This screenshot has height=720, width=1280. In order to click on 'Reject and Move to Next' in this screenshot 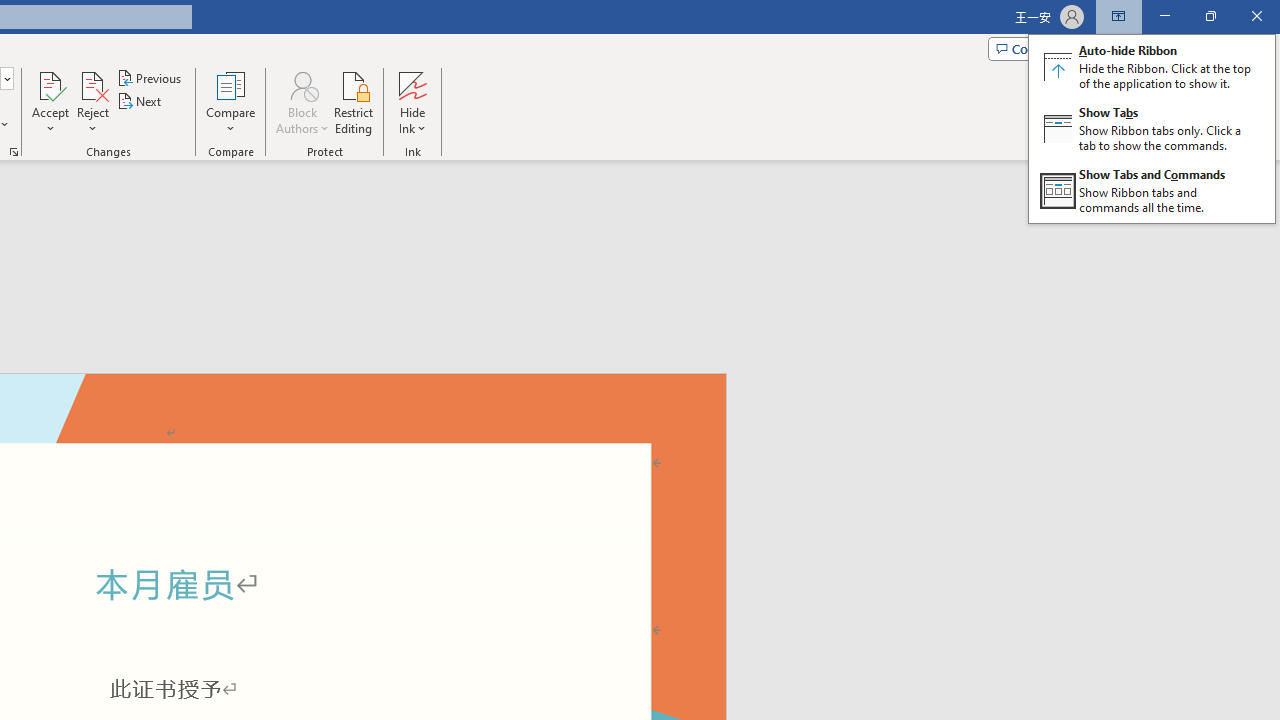, I will do `click(91, 84)`.